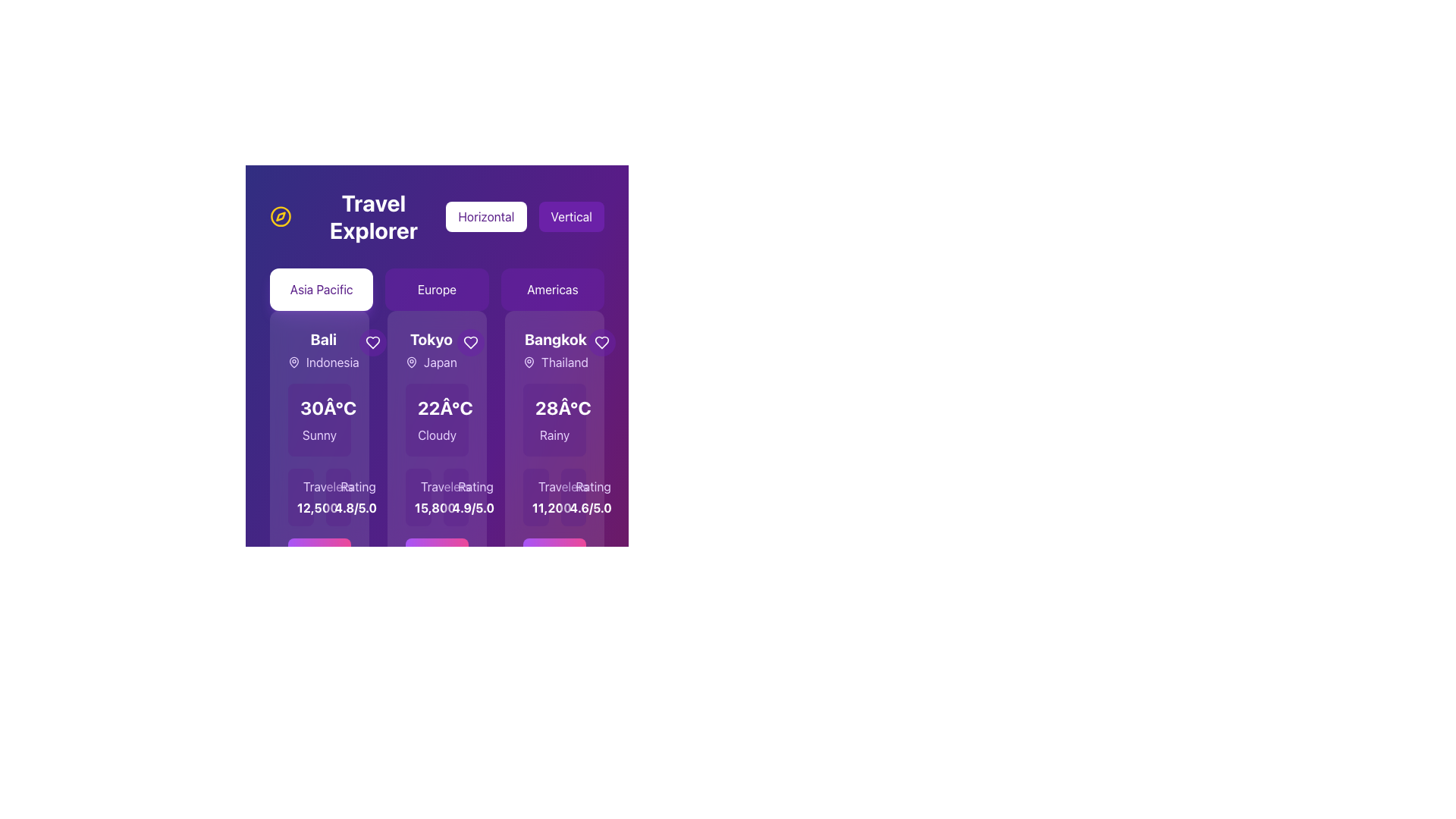 The width and height of the screenshot is (1456, 819). I want to click on the outlined pin icon located below the title 'Tokyo' and above the text '22°C', aligned in the middle of the Tokyo card, so click(411, 362).